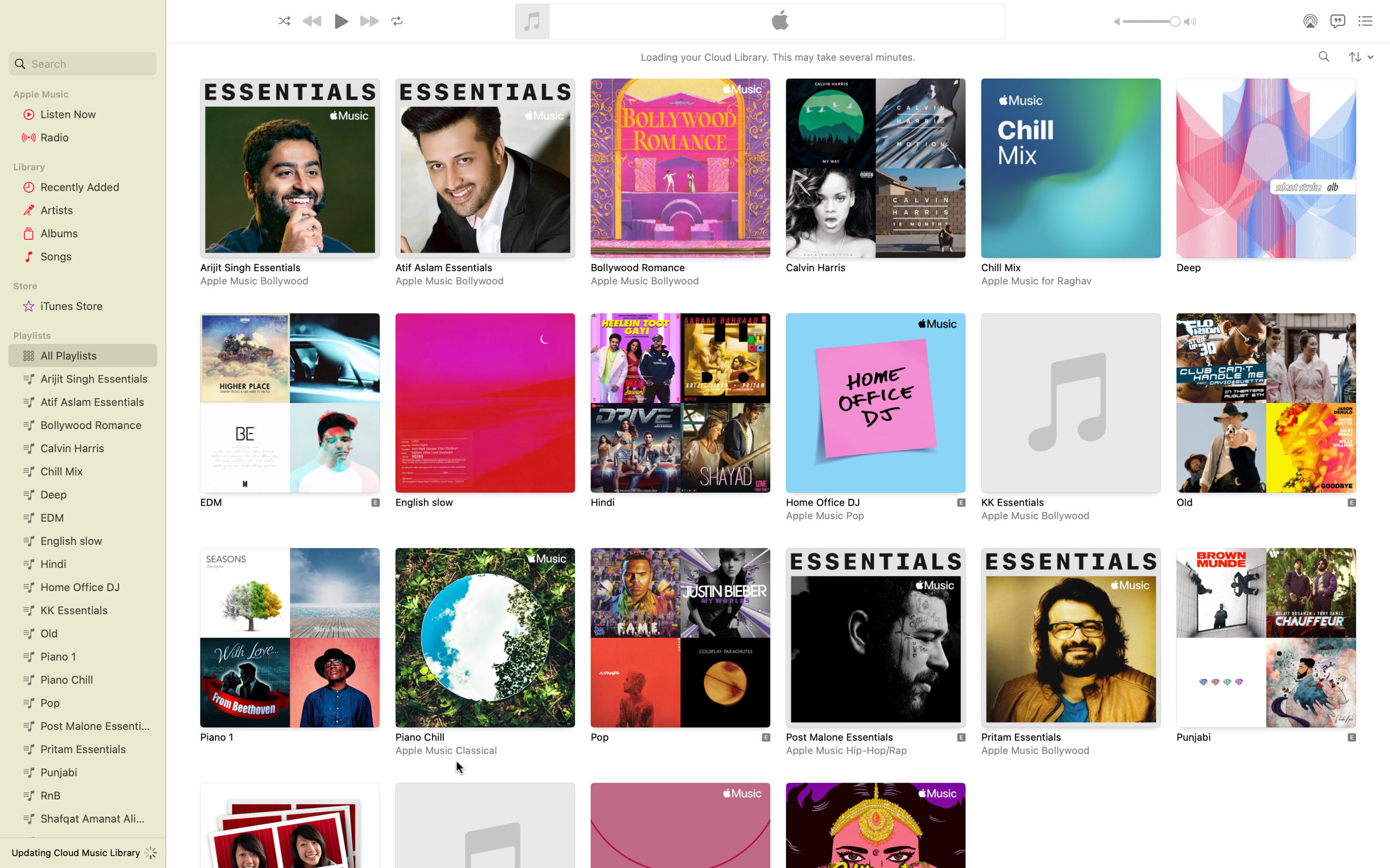  Describe the element at coordinates (2619455, 958272) in the screenshot. I see `Locate the "Stuck on You" playlist by scrolling downwards` at that location.